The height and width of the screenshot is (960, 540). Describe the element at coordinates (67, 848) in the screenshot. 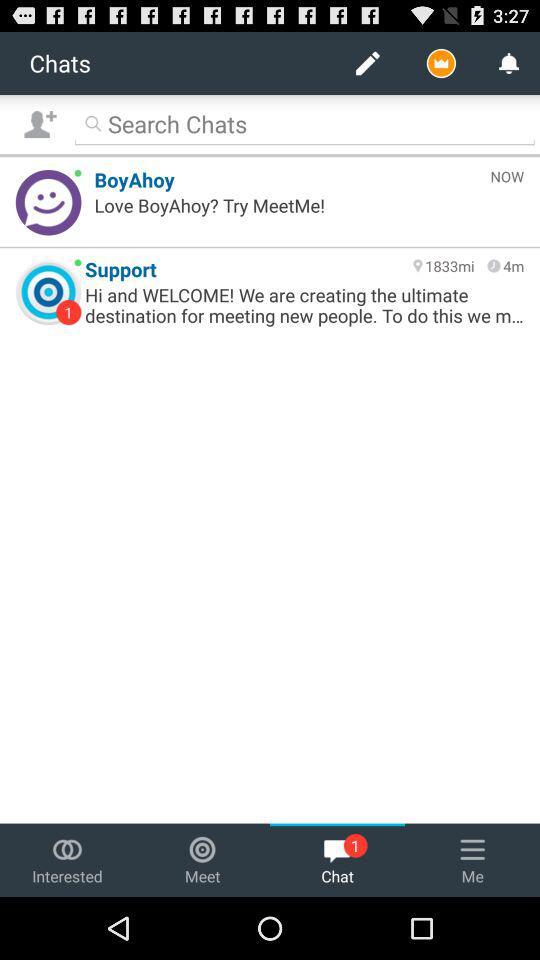

I see `the icon which is just above interested` at that location.